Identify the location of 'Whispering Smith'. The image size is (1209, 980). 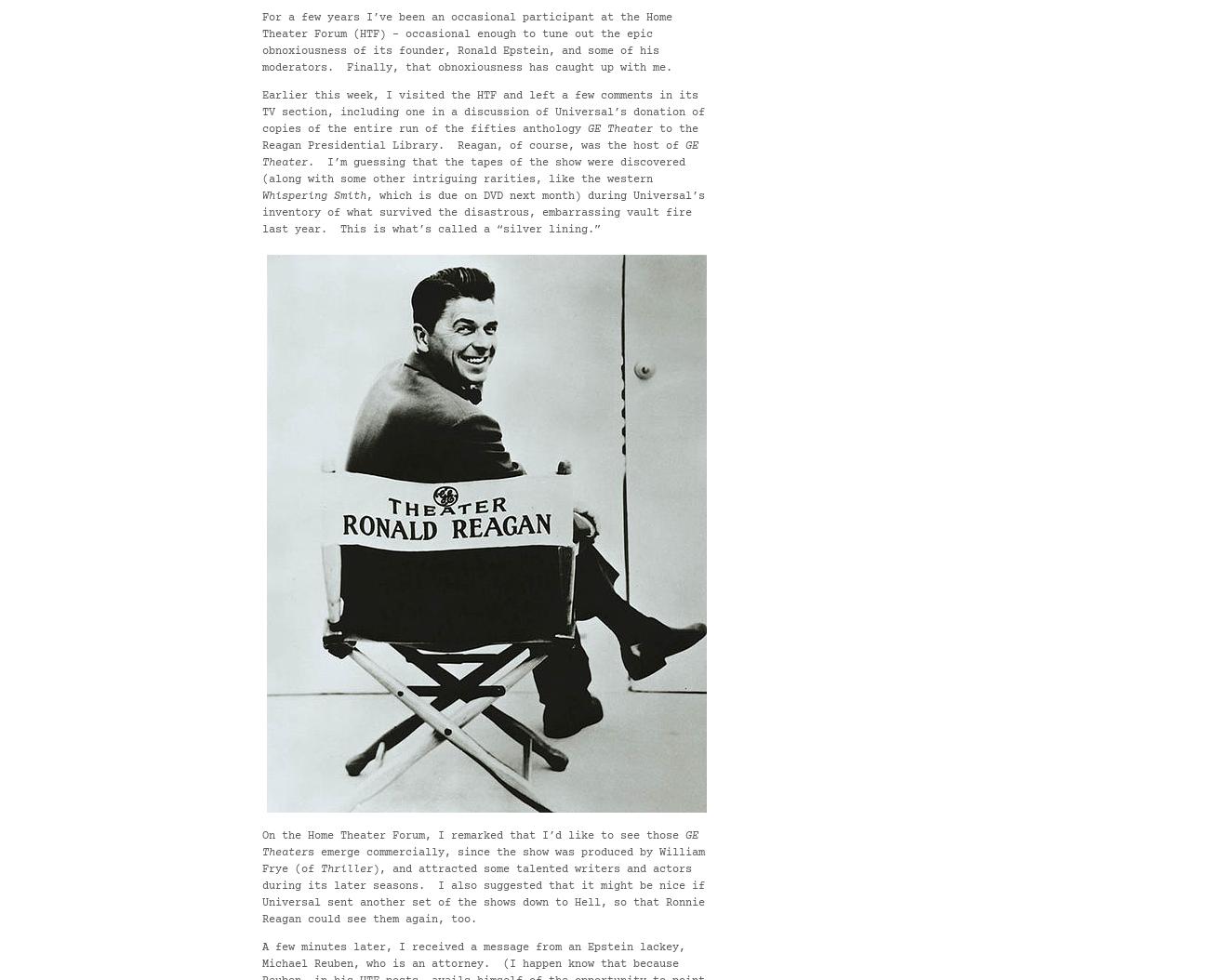
(313, 196).